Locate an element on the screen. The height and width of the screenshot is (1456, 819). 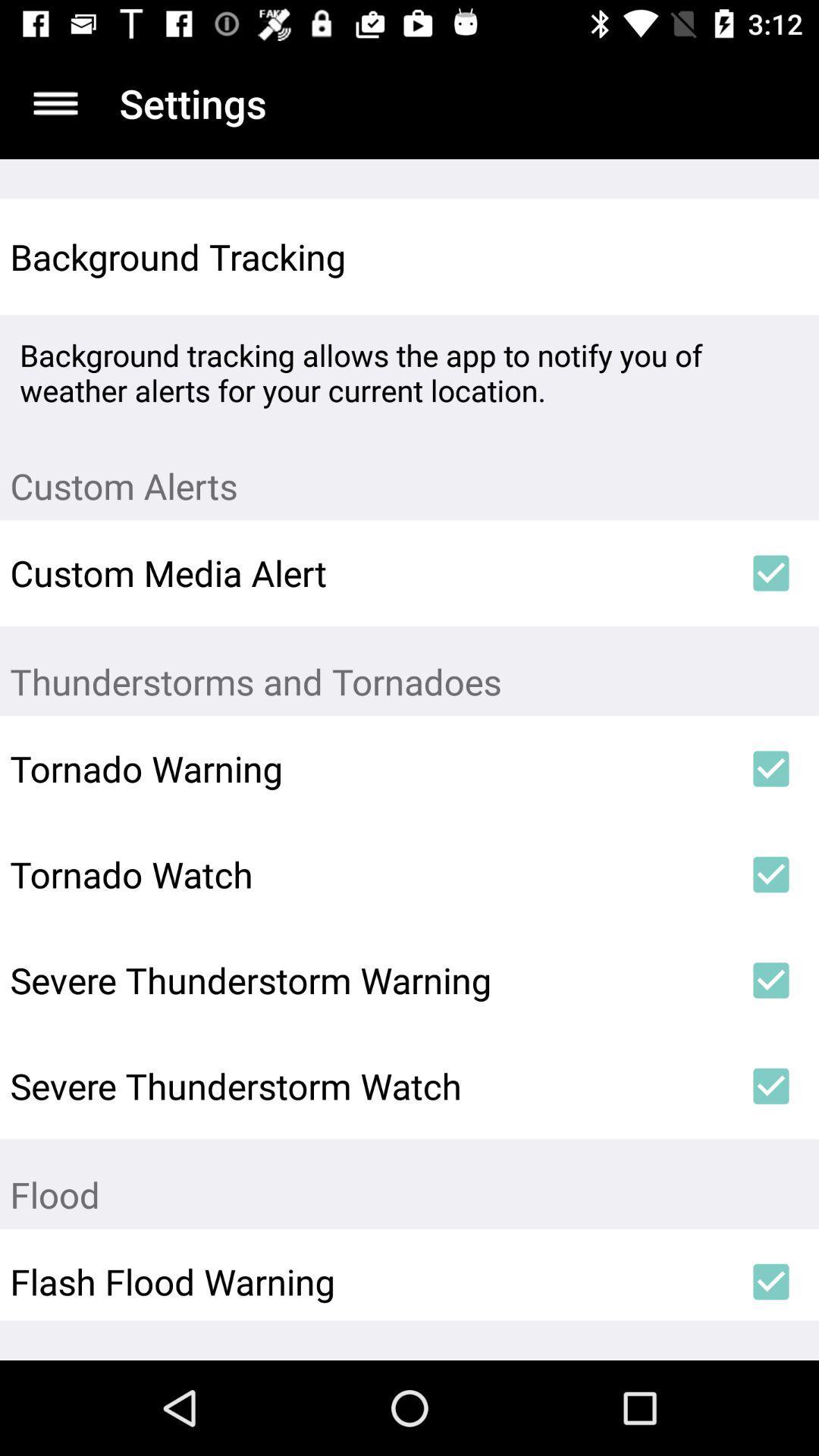
the thunderstorms and tornadoes is located at coordinates (409, 670).